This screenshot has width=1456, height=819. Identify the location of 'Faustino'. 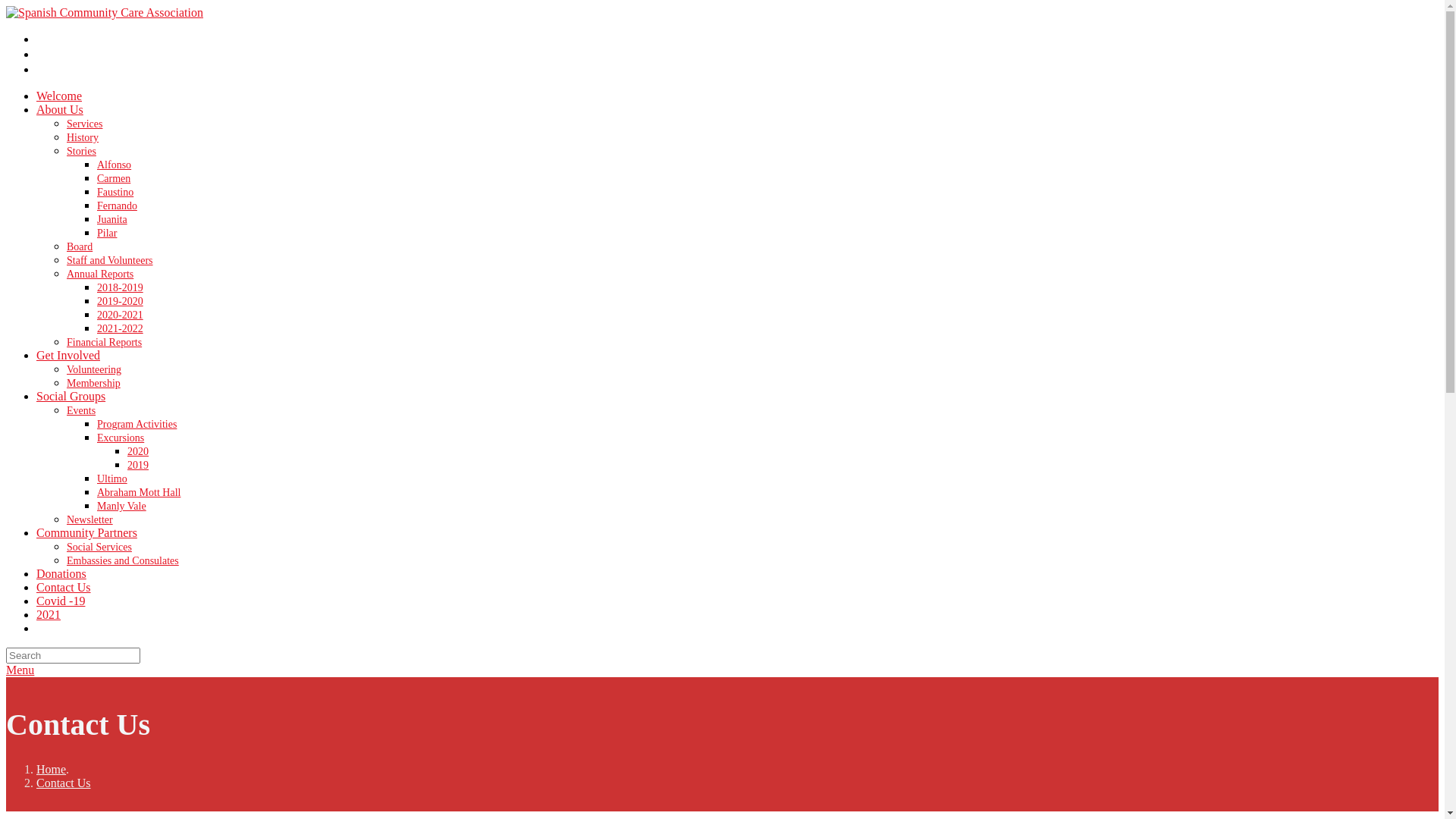
(96, 191).